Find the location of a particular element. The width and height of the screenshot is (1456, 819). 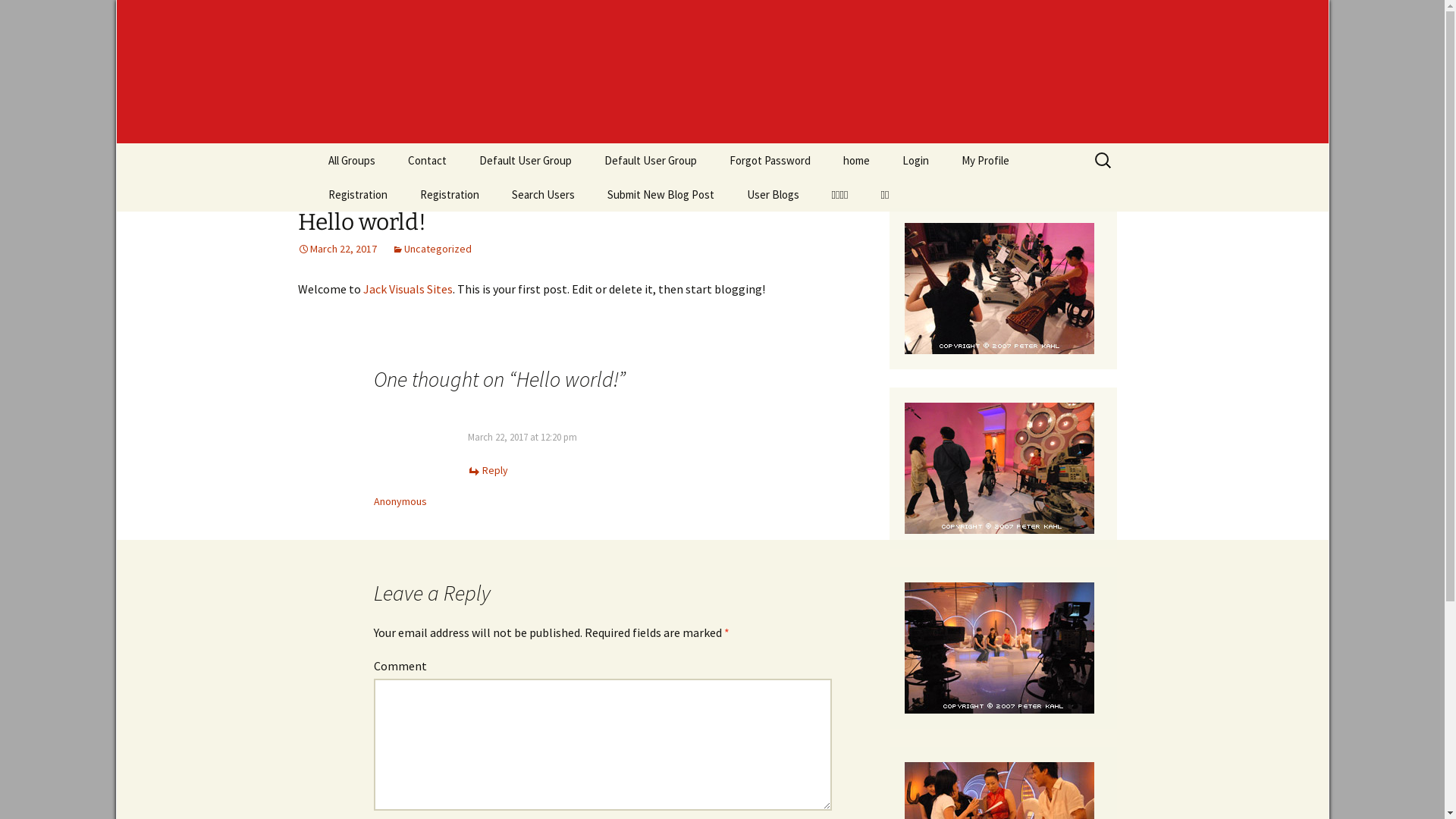

'Contact' is located at coordinates (426, 160).